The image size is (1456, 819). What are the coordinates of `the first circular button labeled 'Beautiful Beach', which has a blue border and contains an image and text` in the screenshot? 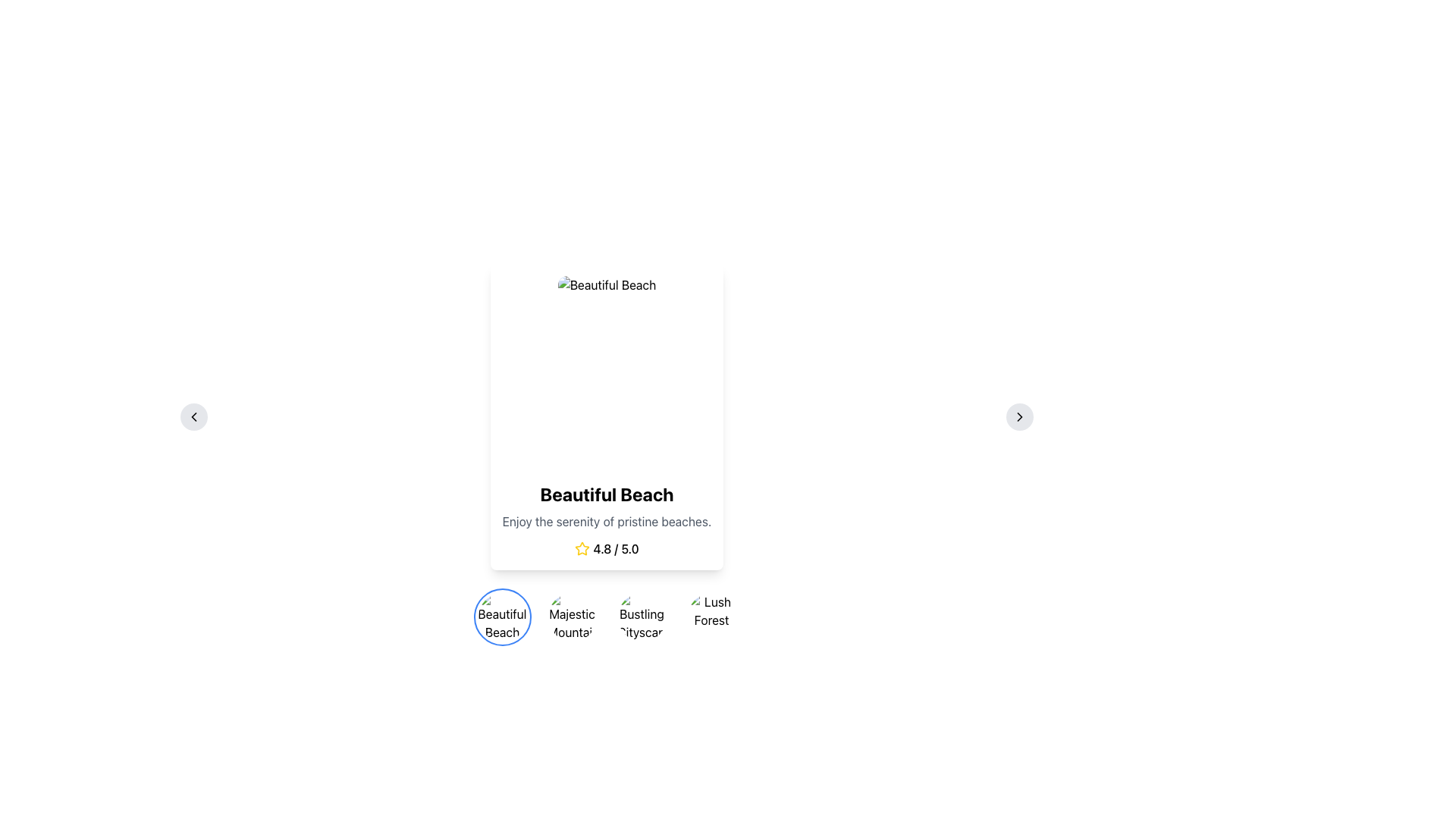 It's located at (502, 617).